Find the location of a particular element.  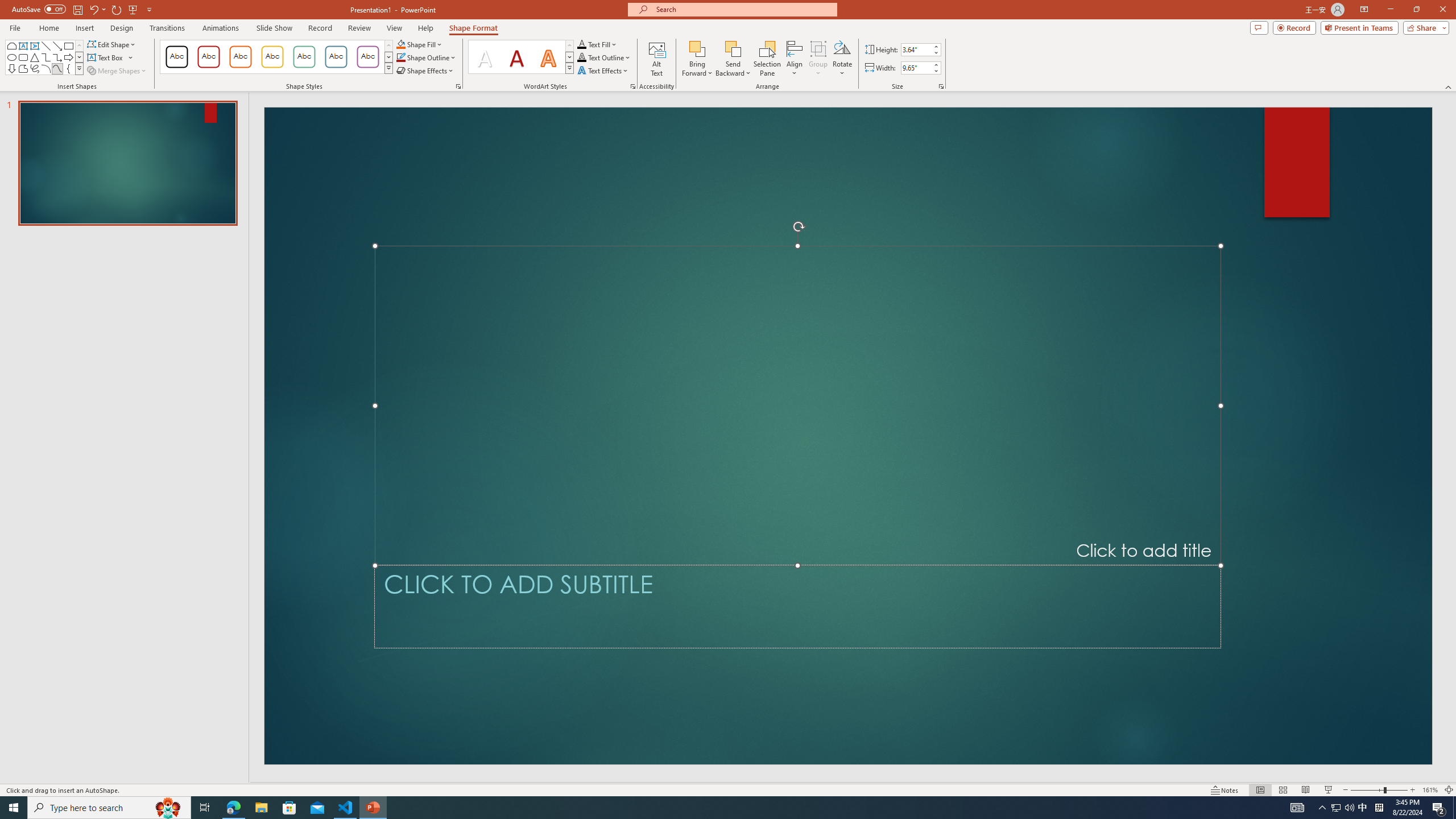

'Animations' is located at coordinates (220, 28).